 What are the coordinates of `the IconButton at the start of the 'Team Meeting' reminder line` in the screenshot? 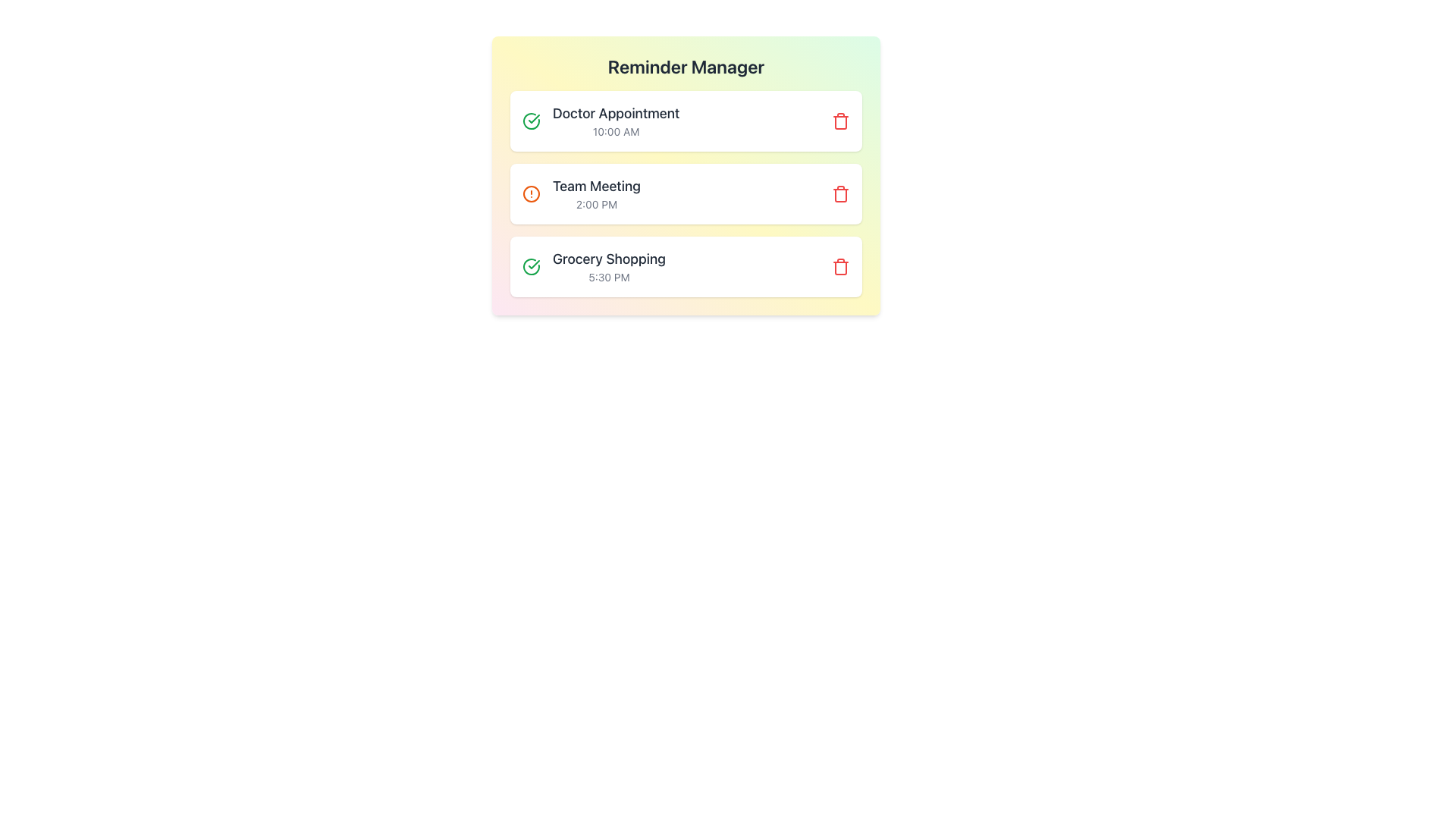 It's located at (531, 193).